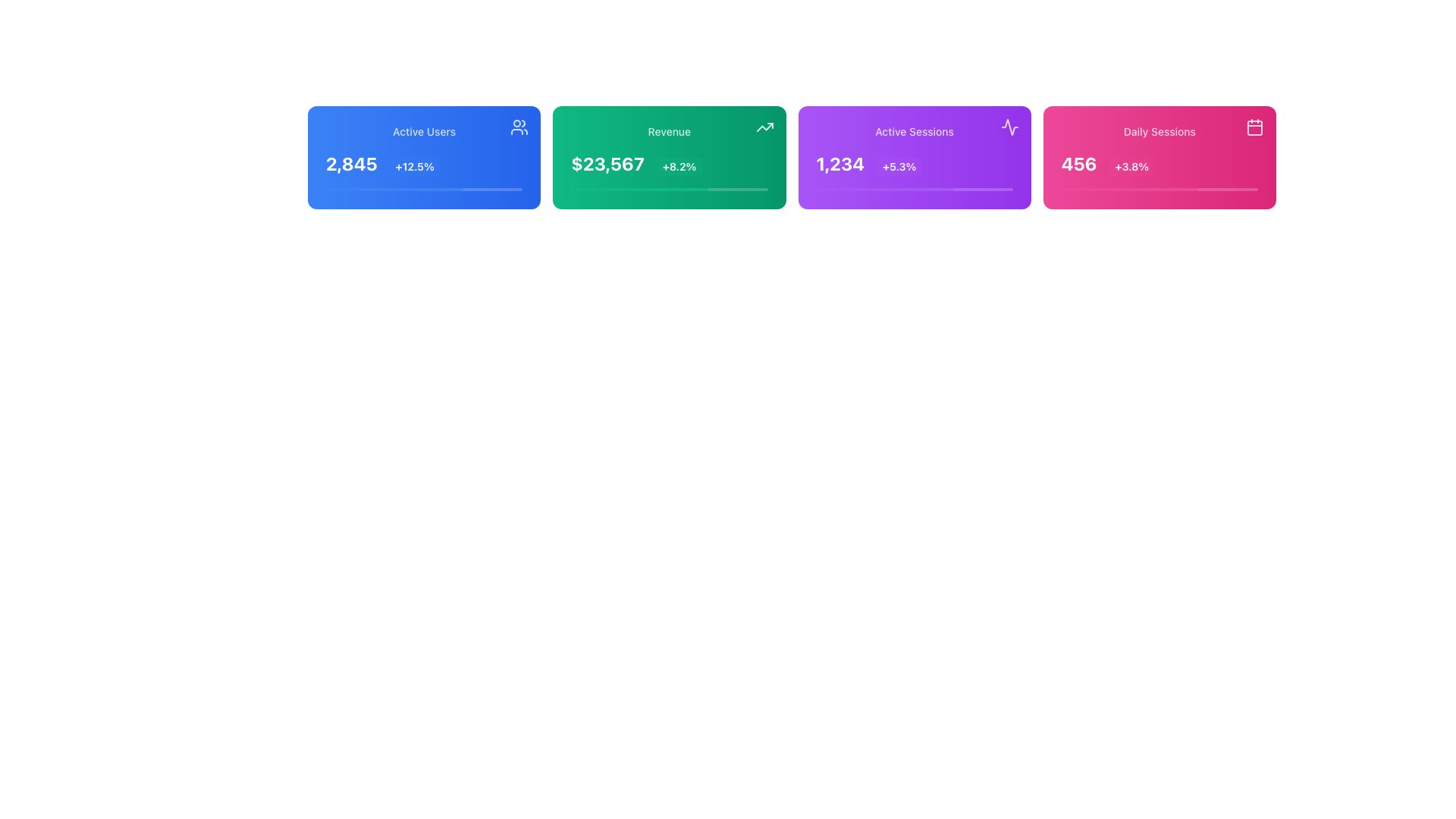  What do you see at coordinates (1130, 189) in the screenshot?
I see `the progress bar representing the completion percentage of 'Daily Sessions', located at the bottom of the 'Daily Sessions' card` at bounding box center [1130, 189].